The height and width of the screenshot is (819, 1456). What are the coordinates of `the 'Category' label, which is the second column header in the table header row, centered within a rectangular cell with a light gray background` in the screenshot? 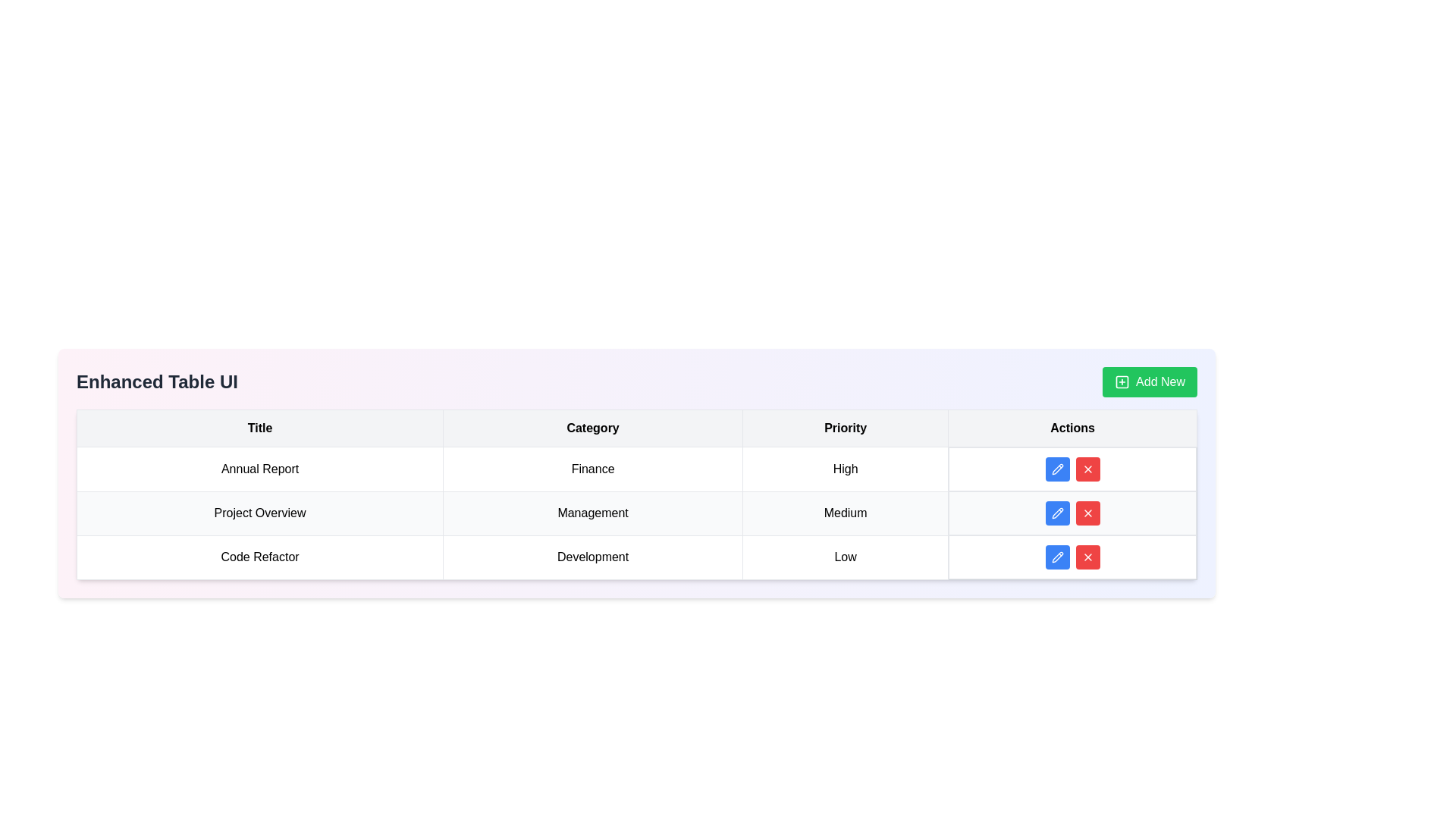 It's located at (592, 428).